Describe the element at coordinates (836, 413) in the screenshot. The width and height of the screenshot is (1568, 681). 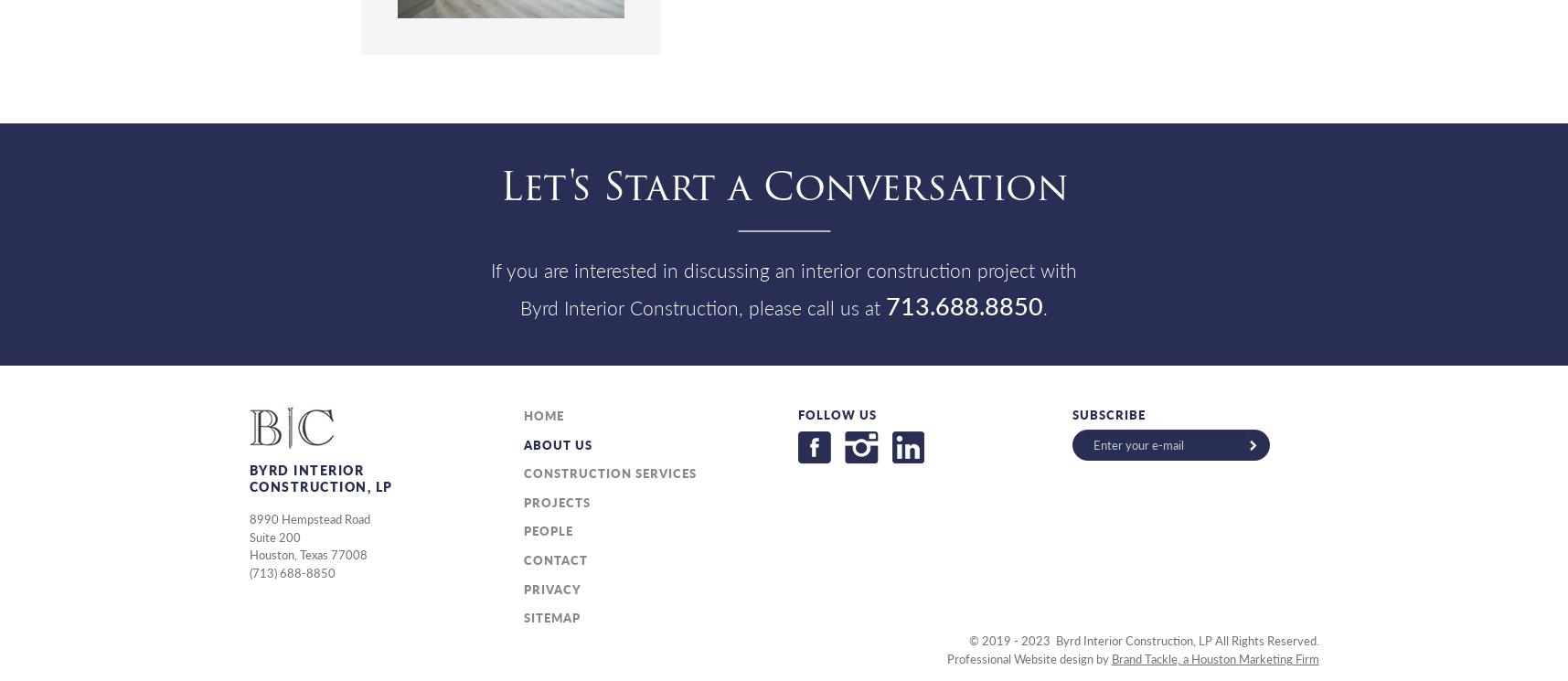
I see `'Follow Us'` at that location.